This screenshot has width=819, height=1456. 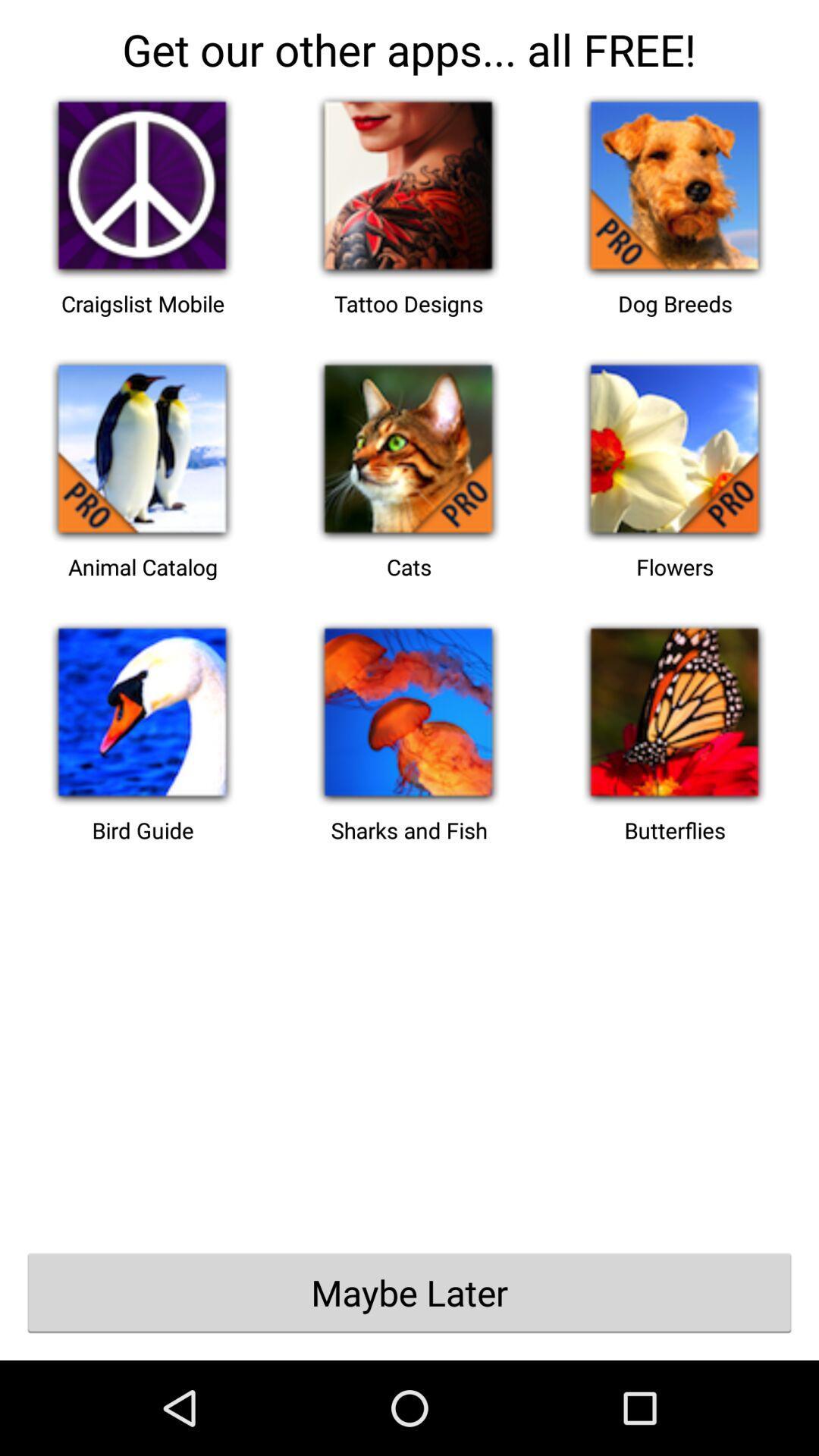 What do you see at coordinates (409, 1291) in the screenshot?
I see `maybe later item` at bounding box center [409, 1291].